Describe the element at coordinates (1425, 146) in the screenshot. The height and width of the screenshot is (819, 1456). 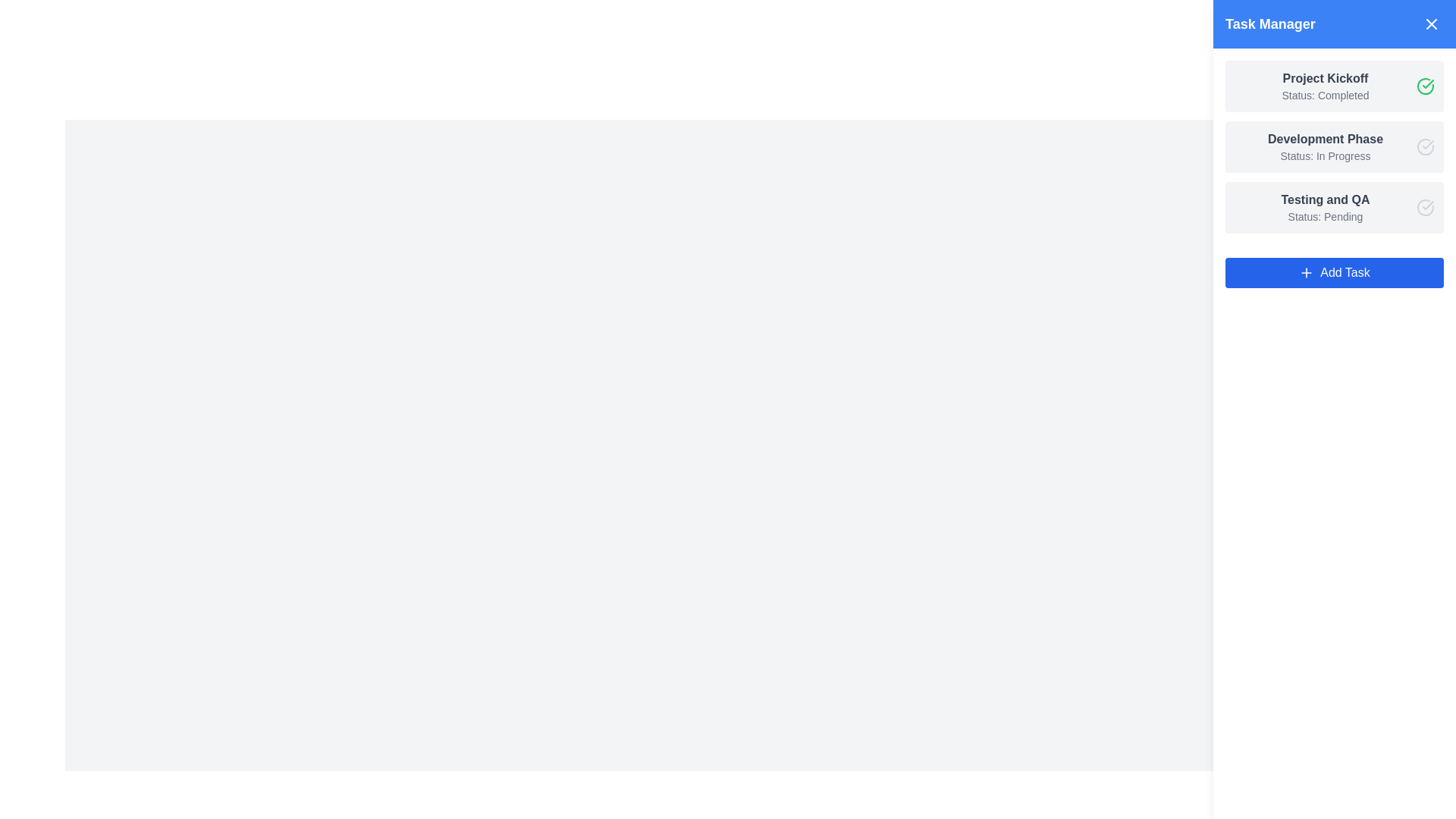
I see `the circular icon with a checkmark symbol located at the far-right side of the 'Development Phase' task row in the 'Task Manager' panel` at that location.